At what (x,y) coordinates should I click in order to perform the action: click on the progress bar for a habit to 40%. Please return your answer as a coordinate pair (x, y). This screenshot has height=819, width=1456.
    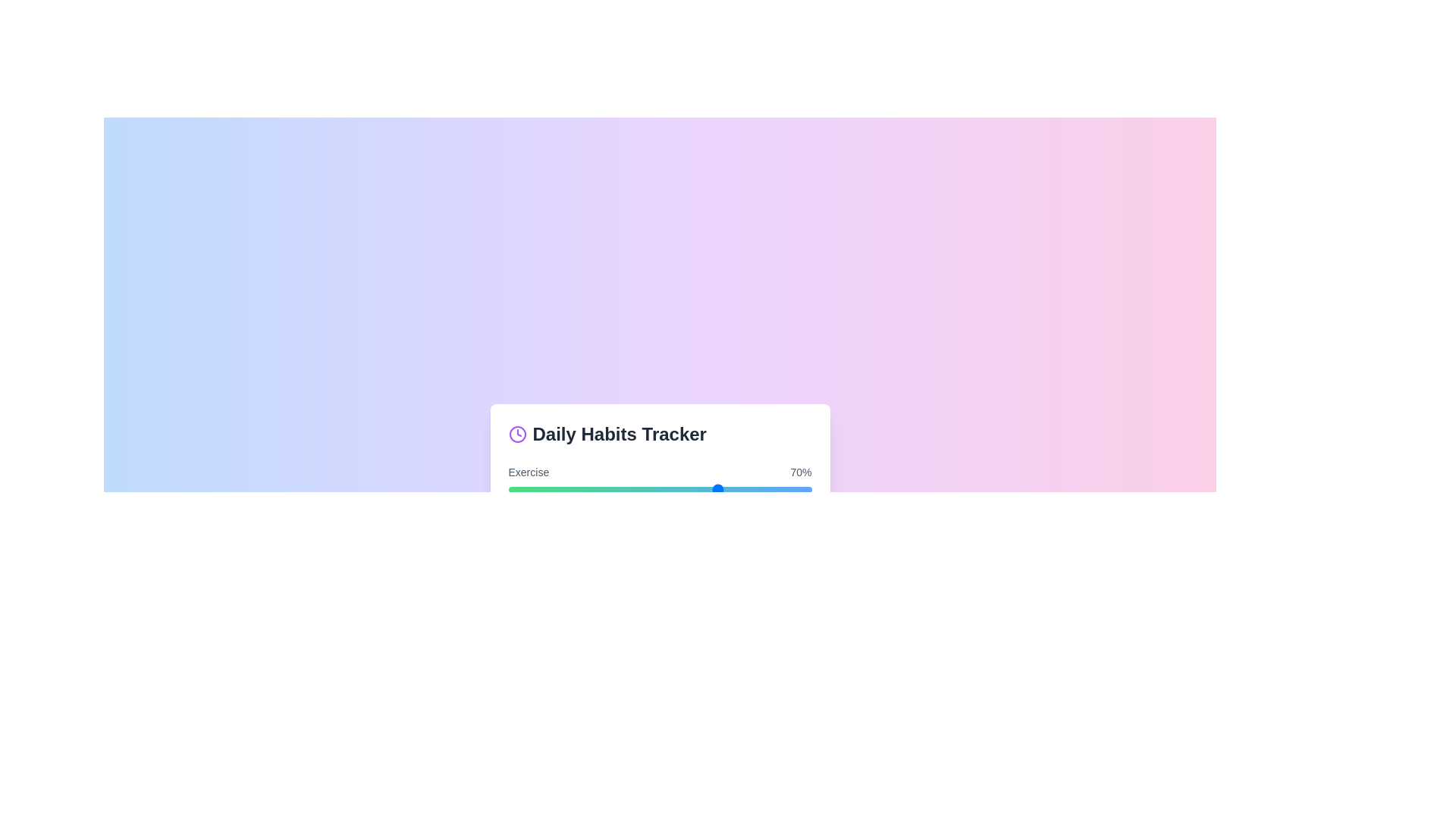
    Looking at the image, I should click on (629, 489).